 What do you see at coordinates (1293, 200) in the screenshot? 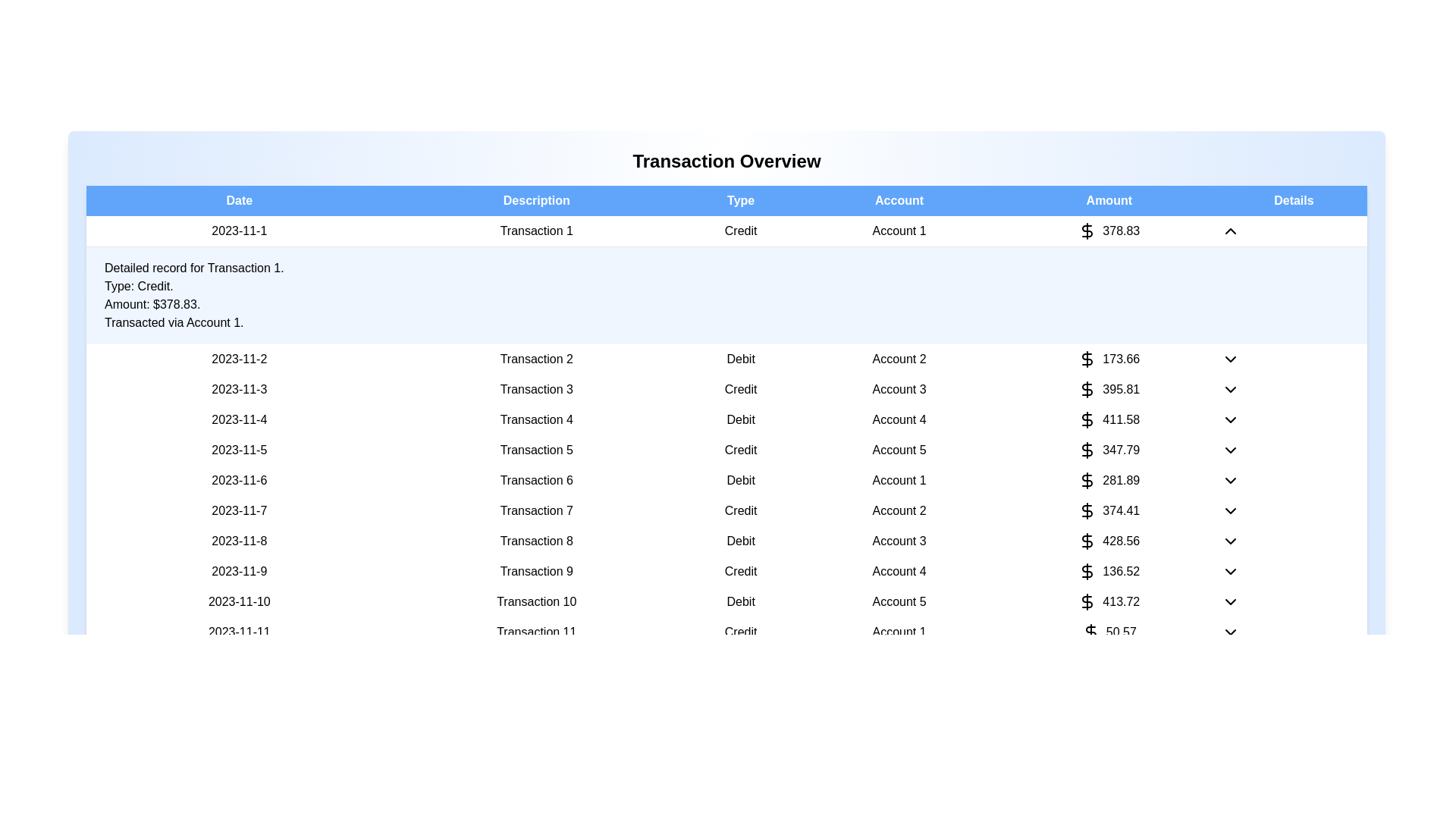
I see `the column header Details to sort or filter the transactions` at bounding box center [1293, 200].